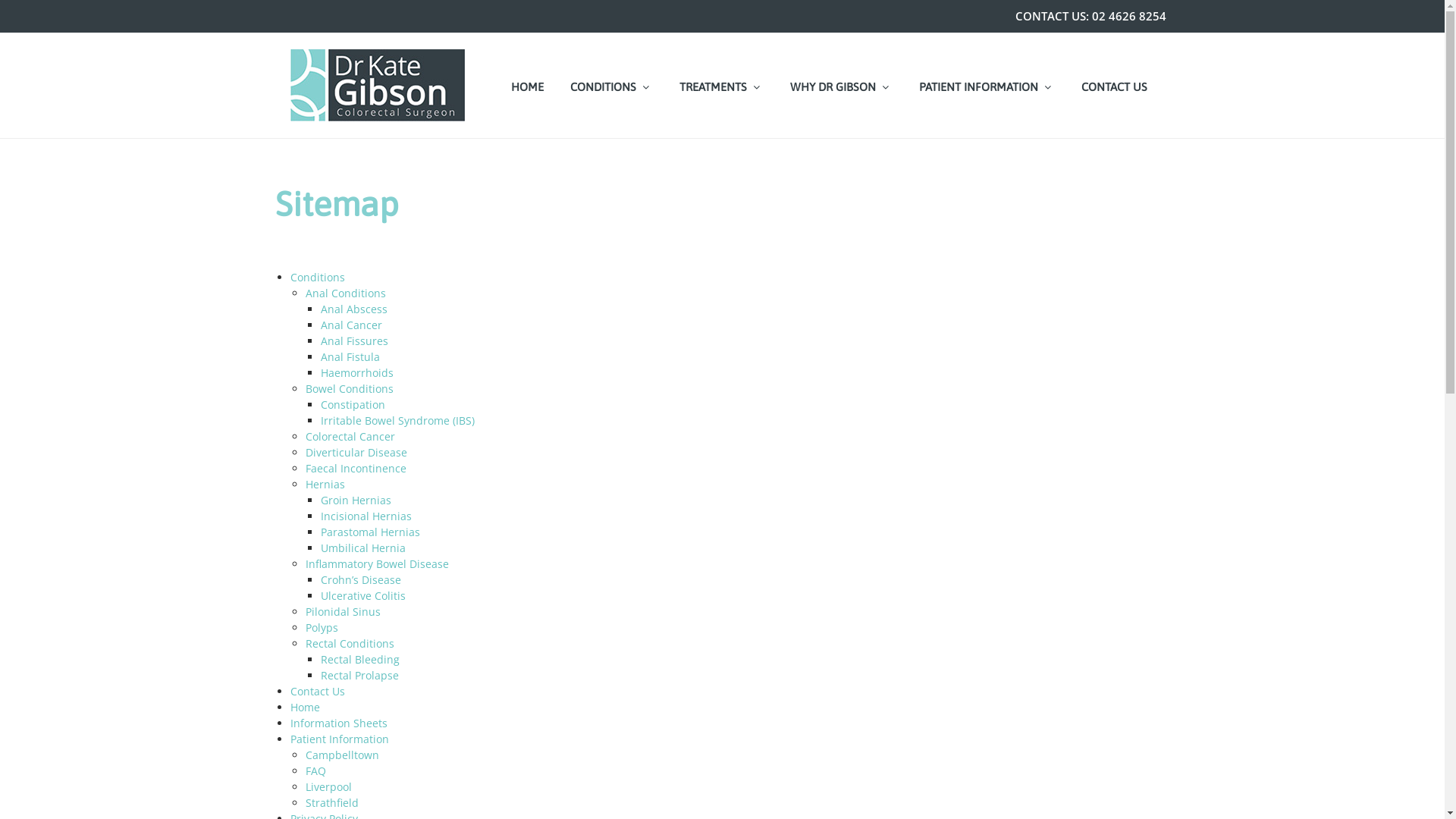  Describe the element at coordinates (351, 403) in the screenshot. I see `'Constipation'` at that location.